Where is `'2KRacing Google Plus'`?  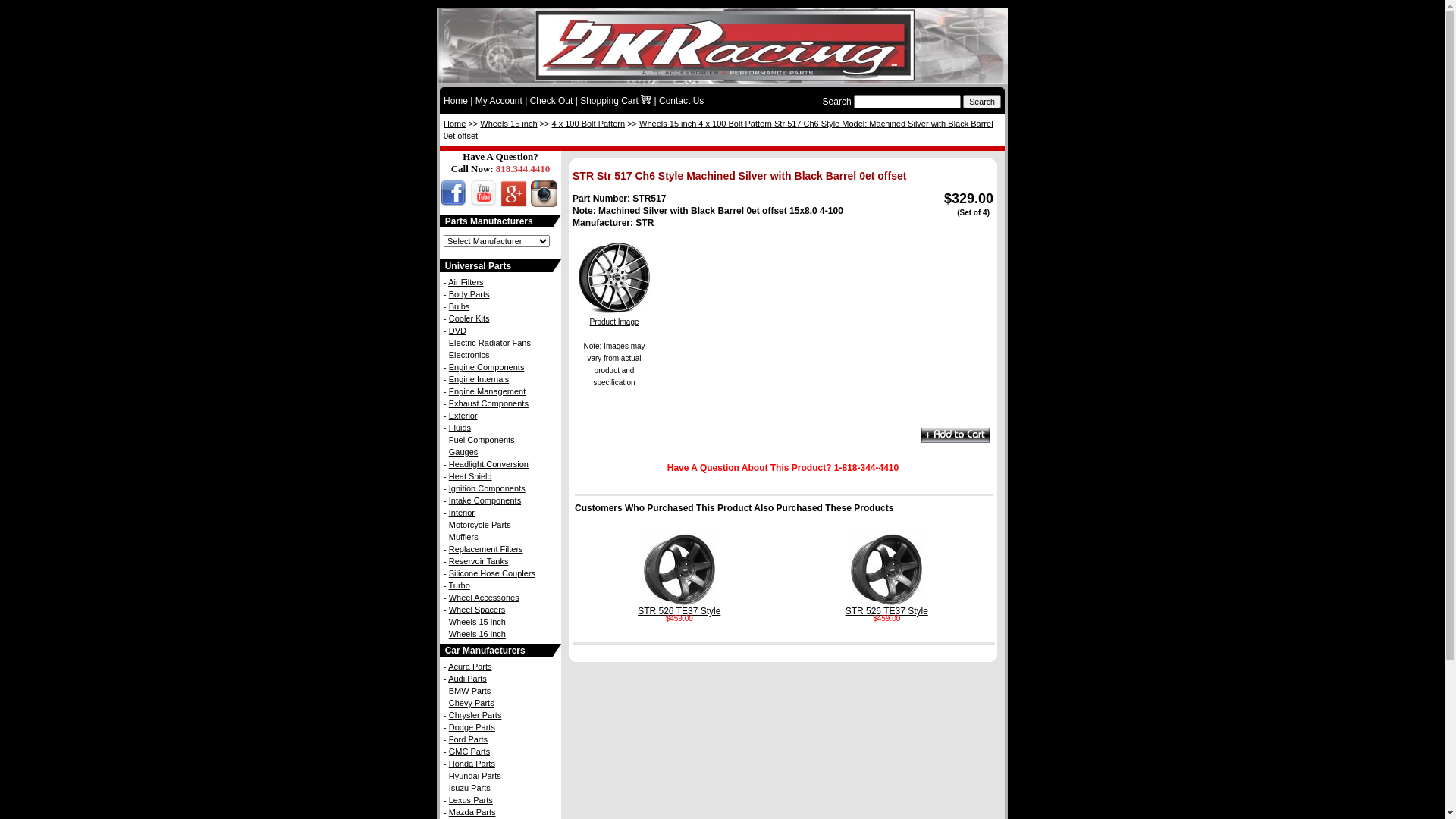
'2KRacing Google Plus' is located at coordinates (512, 202).